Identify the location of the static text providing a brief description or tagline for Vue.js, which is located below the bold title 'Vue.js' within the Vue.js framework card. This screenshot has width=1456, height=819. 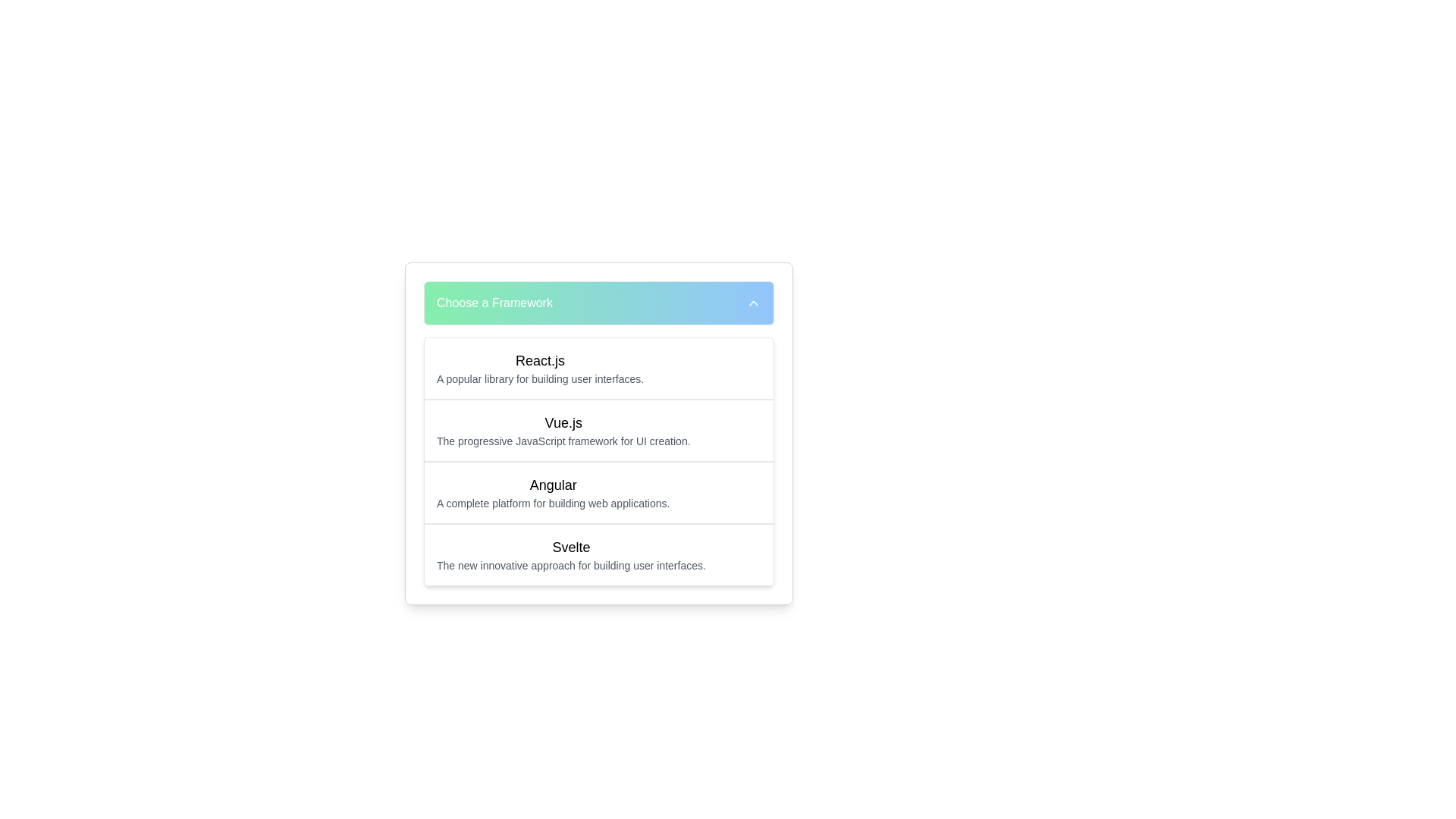
(563, 441).